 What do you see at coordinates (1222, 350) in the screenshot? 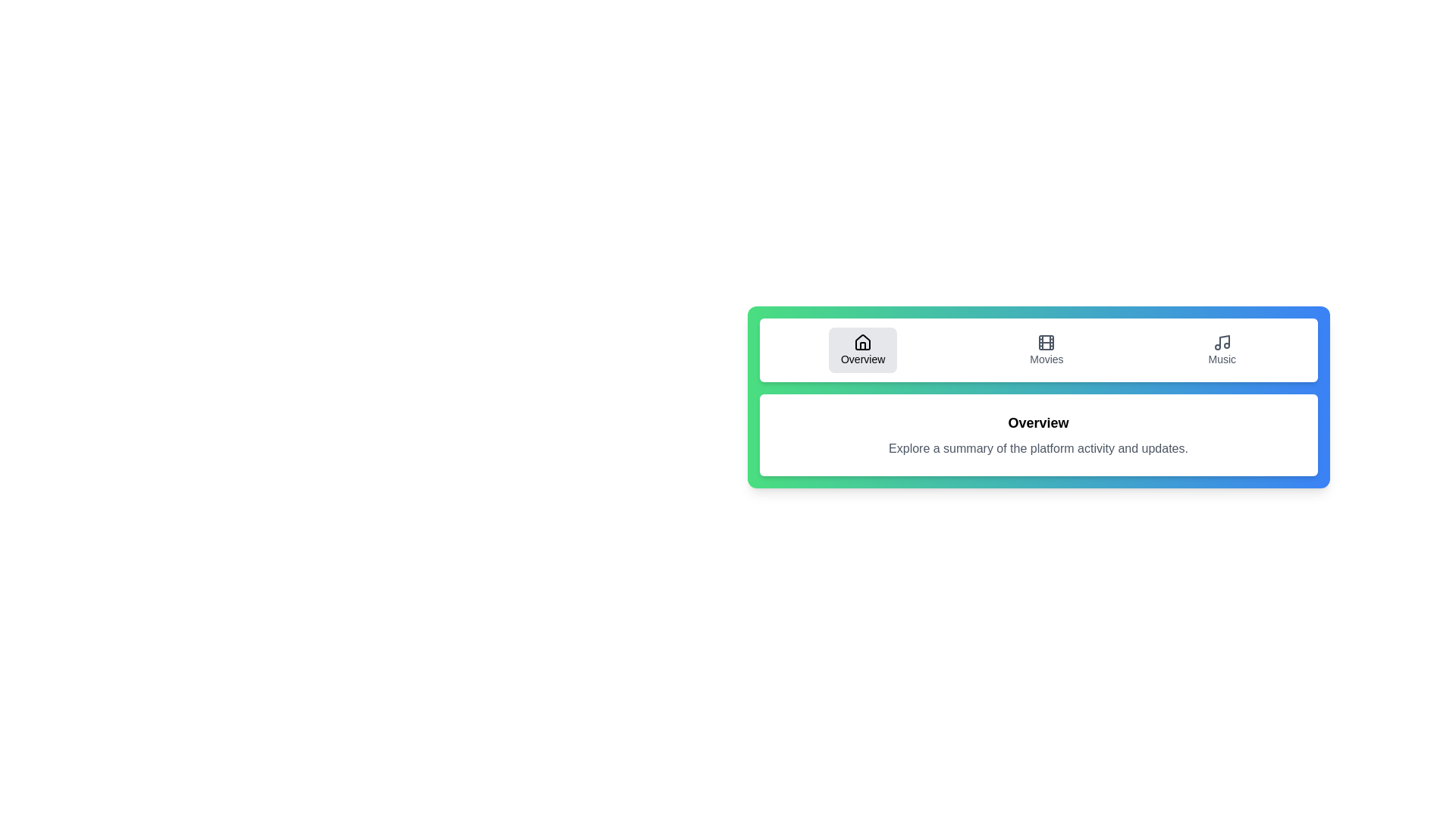
I see `the tab with title Music to observe its hover effect` at bounding box center [1222, 350].